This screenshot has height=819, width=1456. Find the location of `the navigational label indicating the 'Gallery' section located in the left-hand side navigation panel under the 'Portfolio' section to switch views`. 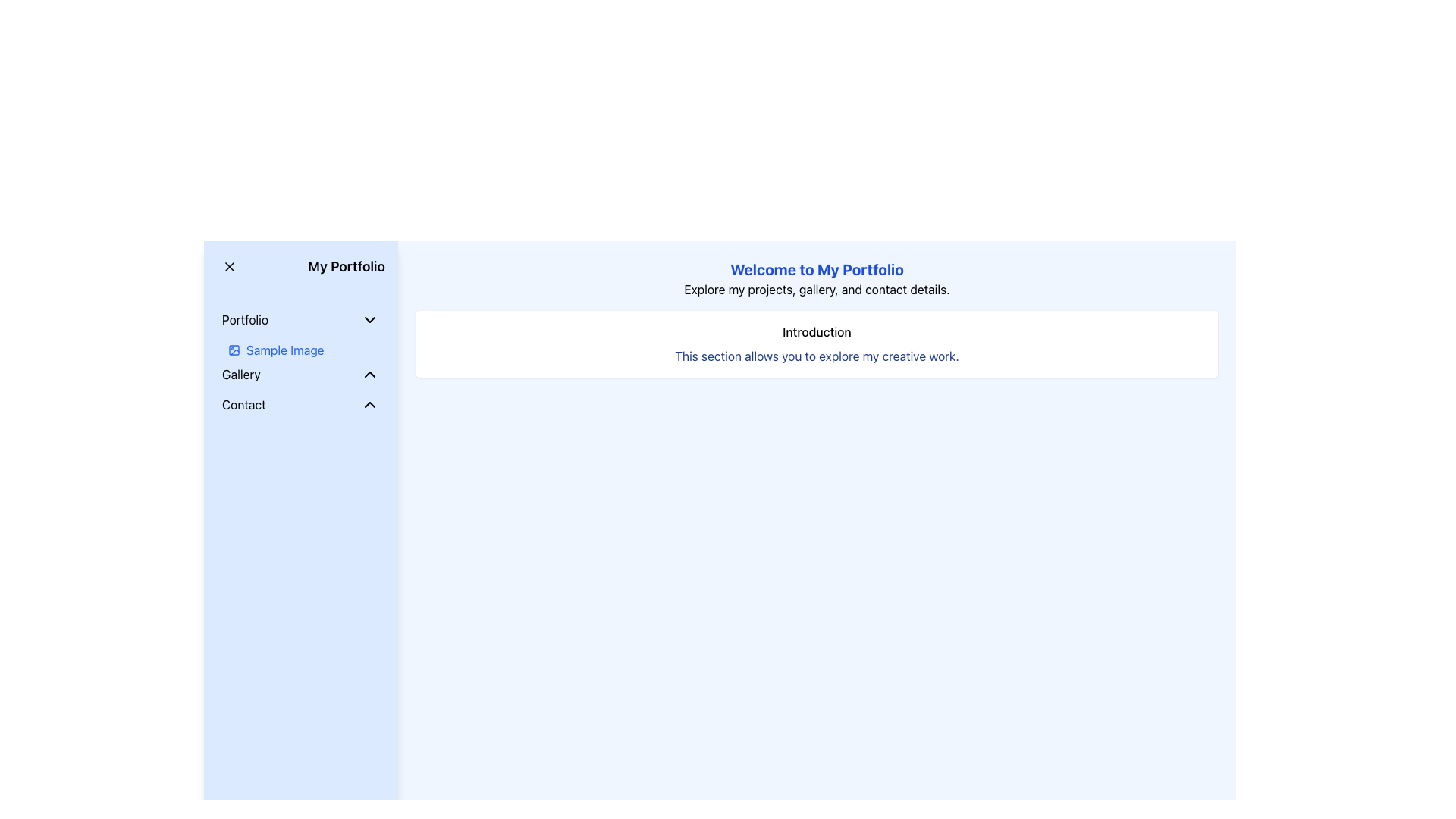

the navigational label indicating the 'Gallery' section located in the left-hand side navigation panel under the 'Portfolio' section to switch views is located at coordinates (240, 374).